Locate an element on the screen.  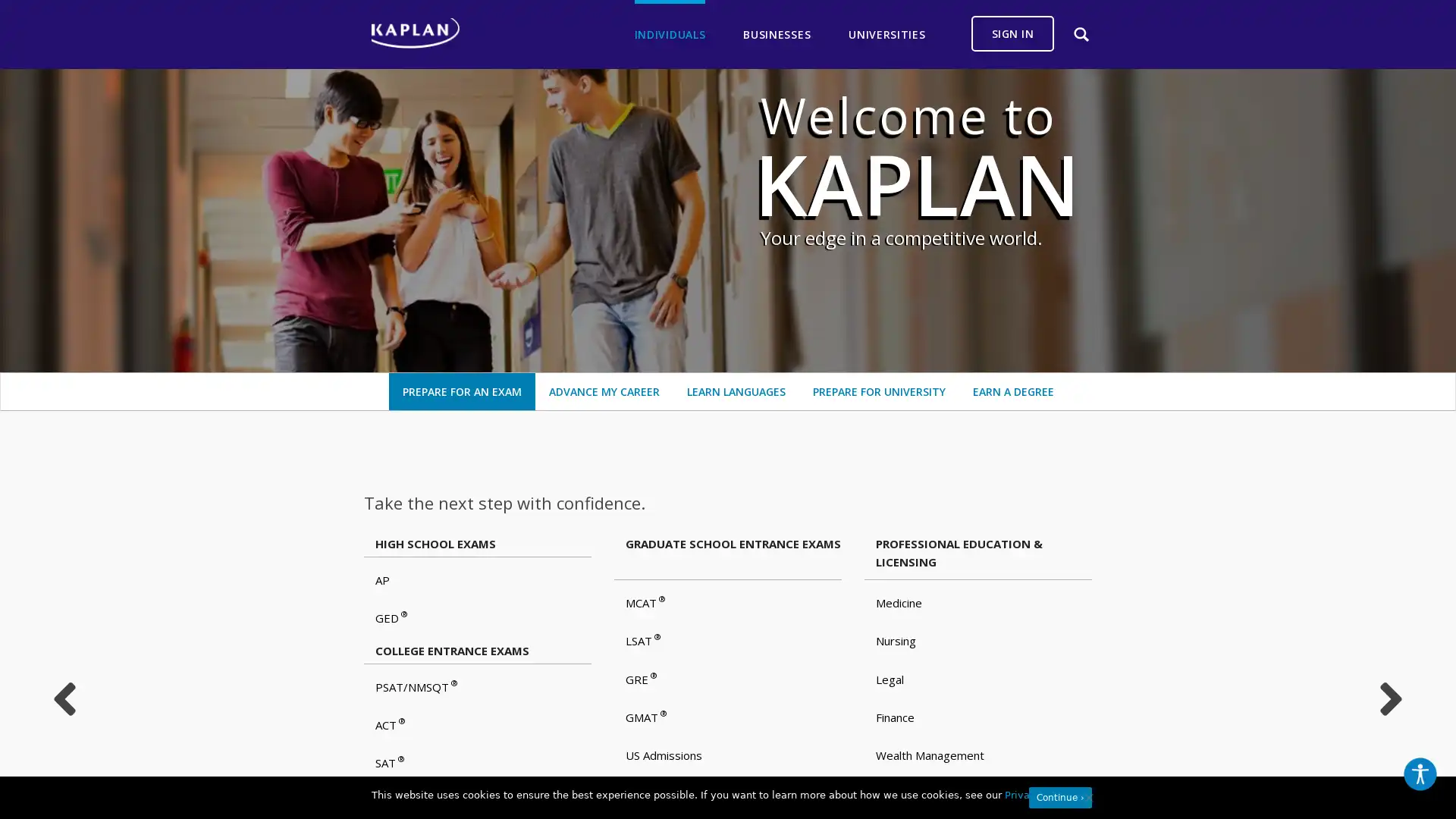
Next is located at coordinates (1391, 698).